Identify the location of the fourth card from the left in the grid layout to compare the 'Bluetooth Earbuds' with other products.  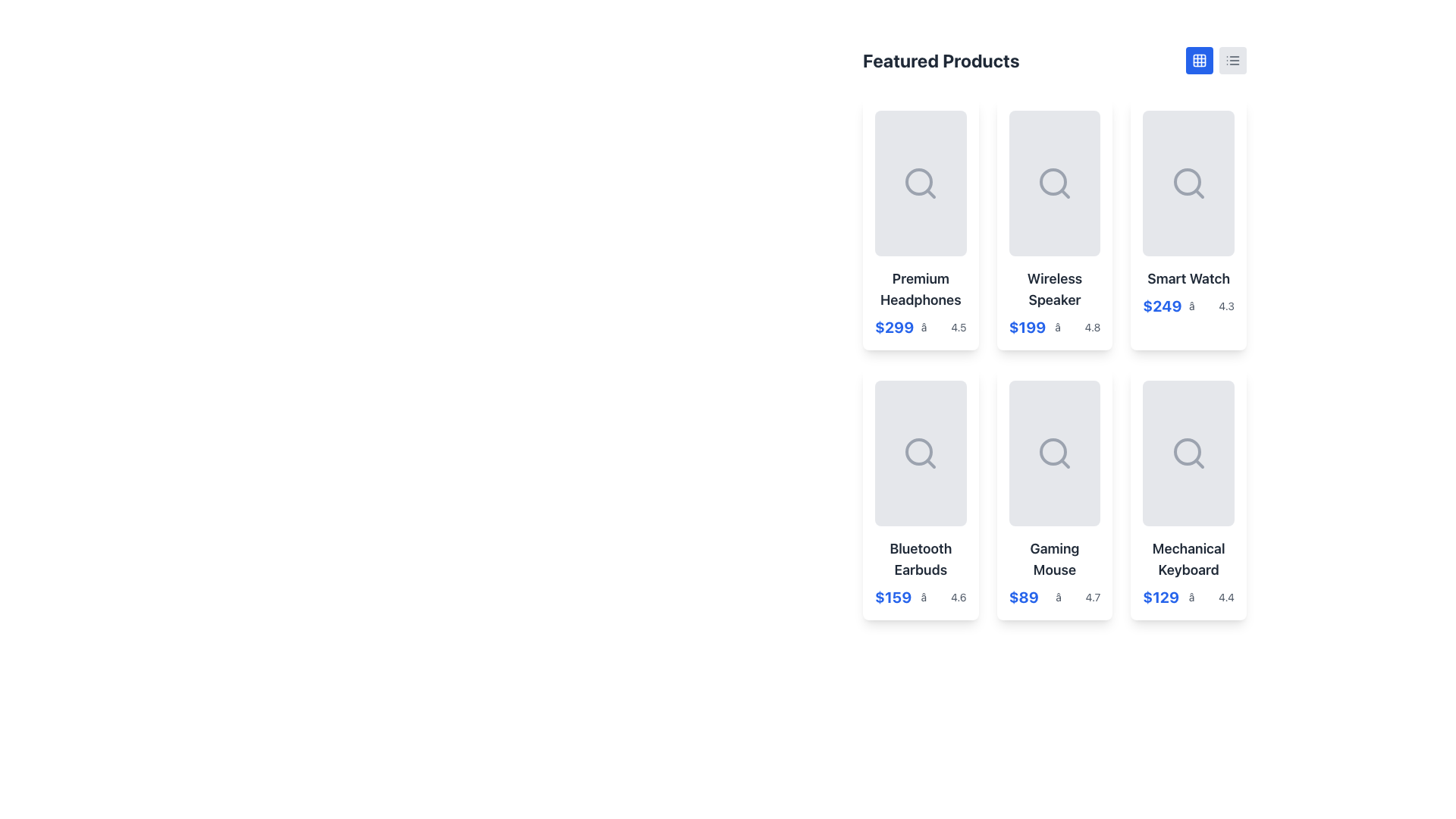
(920, 494).